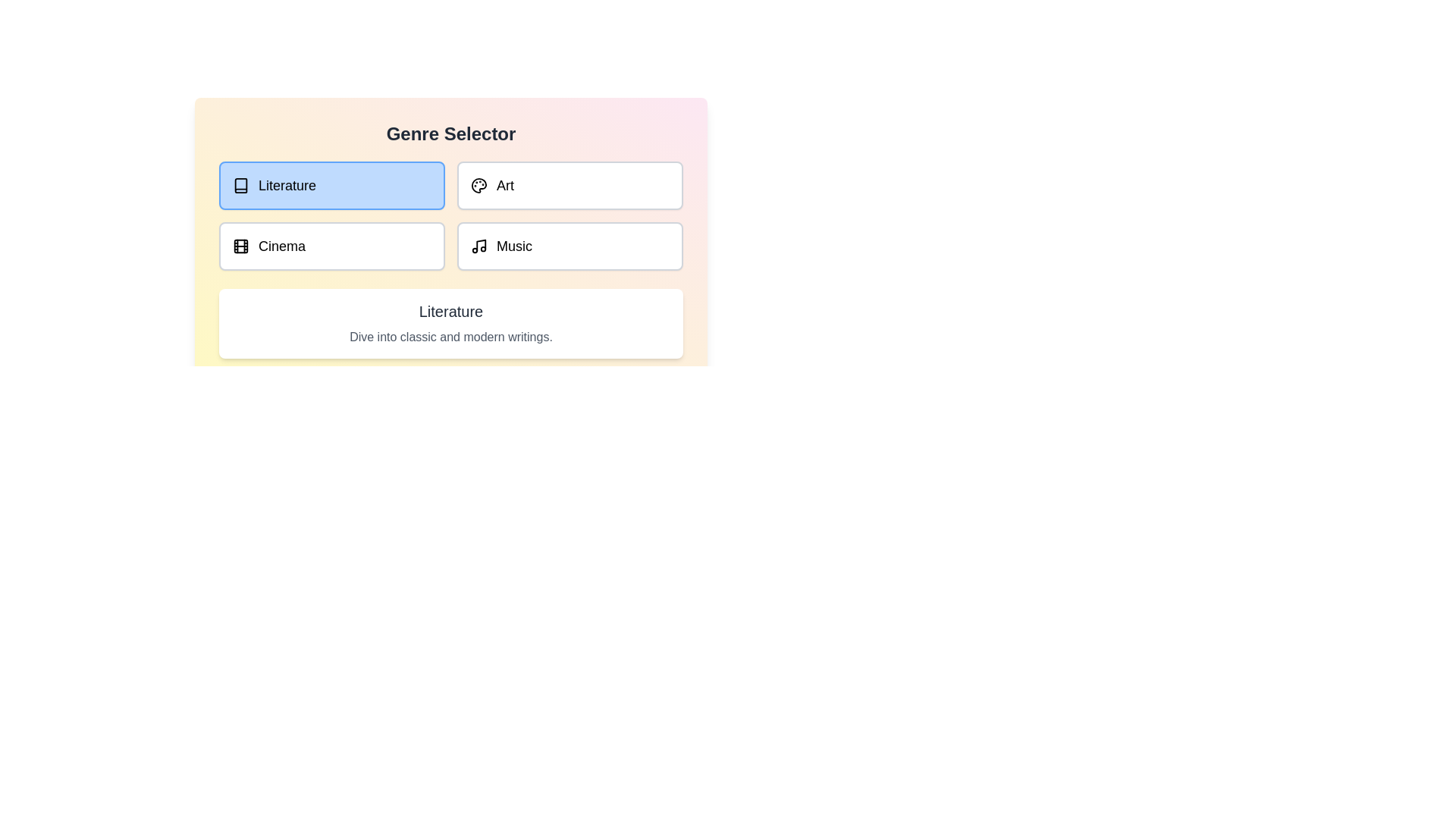  I want to click on the 'Cinema' selectable card in the genre selection interface, so click(331, 245).